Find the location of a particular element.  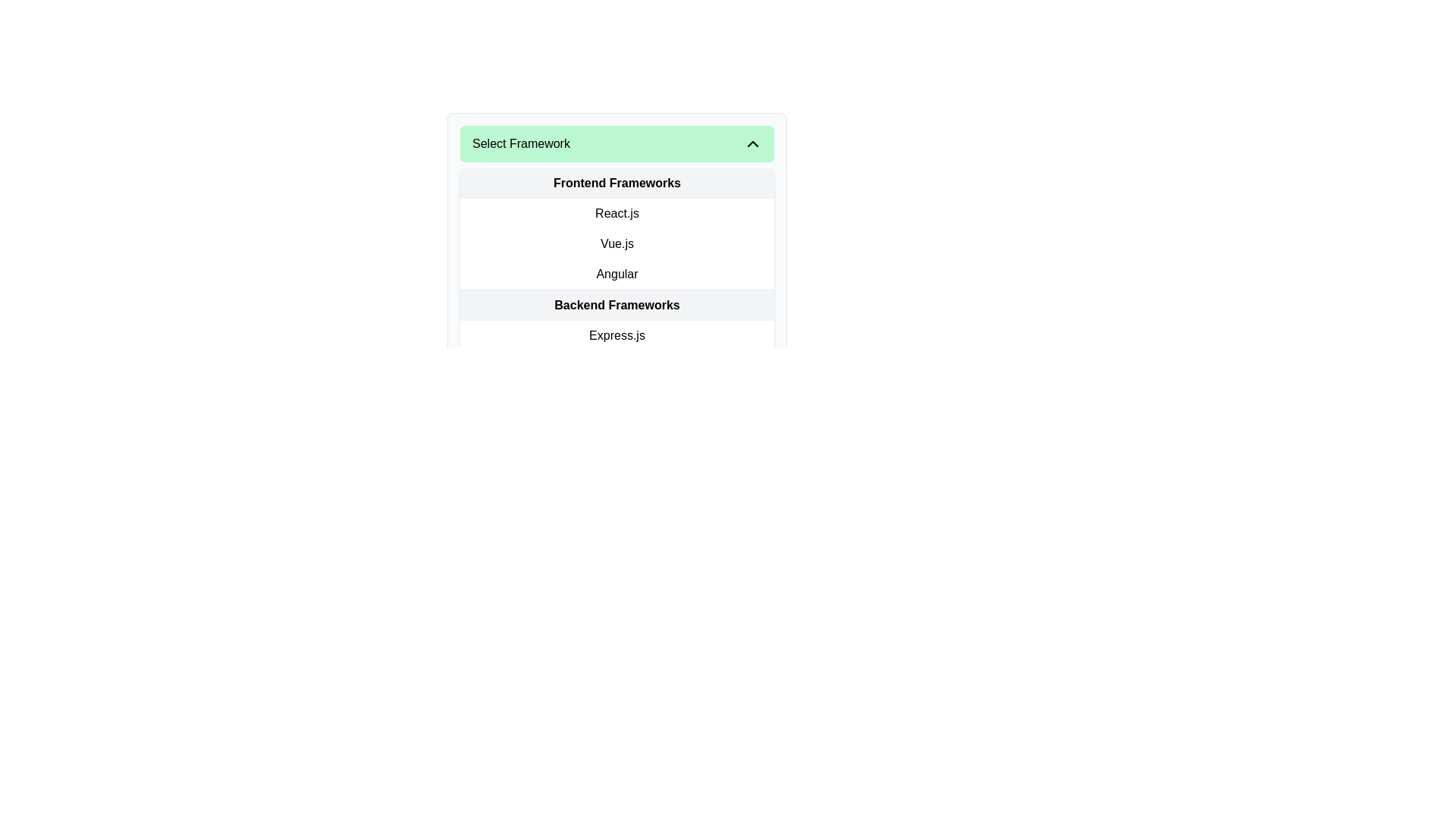

the List Item displaying 'Angular' in bold black font, which is the third item in the dropdown list of frontend frameworks is located at coordinates (617, 275).